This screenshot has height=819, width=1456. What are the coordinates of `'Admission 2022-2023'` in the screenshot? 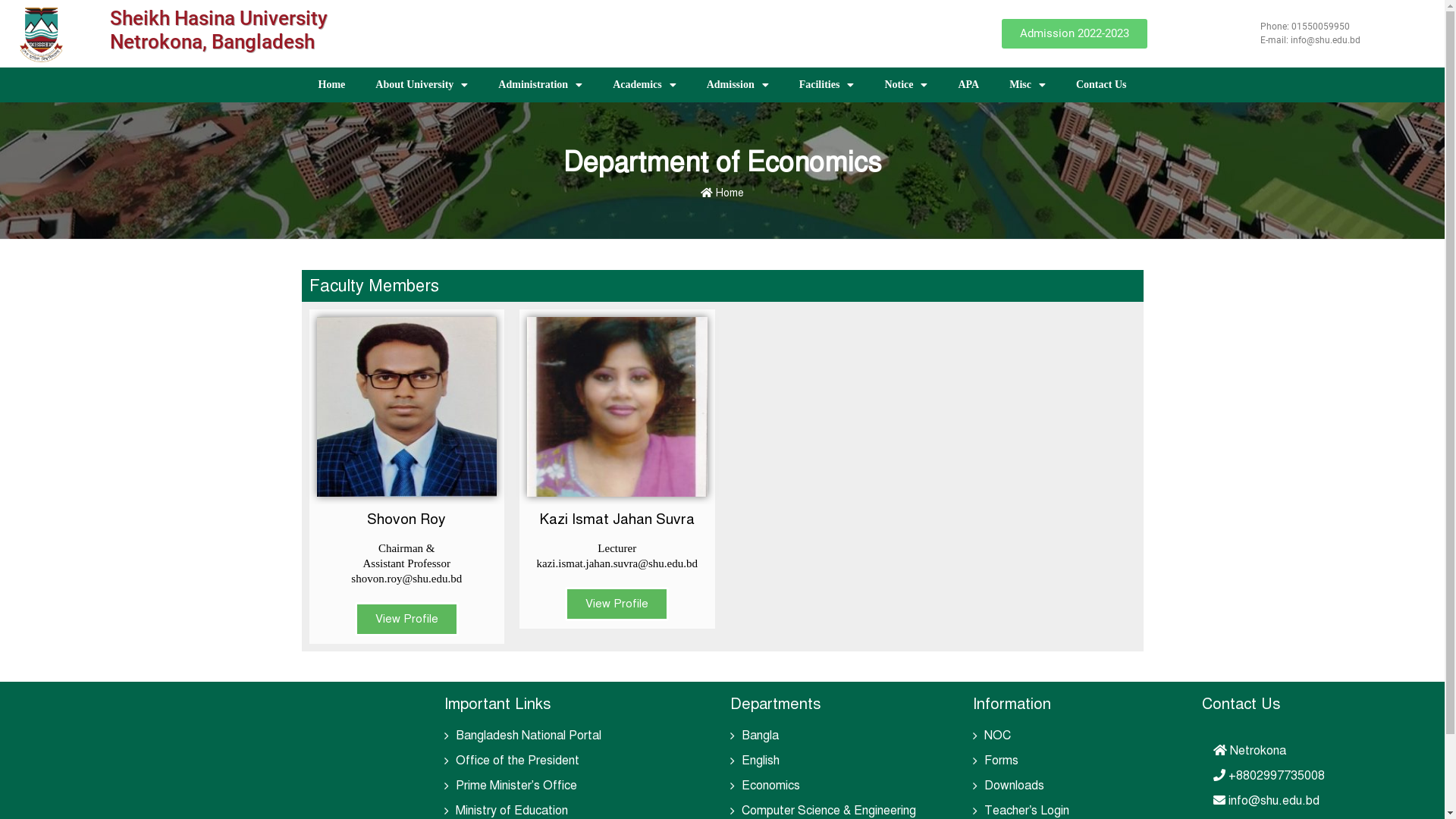 It's located at (1073, 33).